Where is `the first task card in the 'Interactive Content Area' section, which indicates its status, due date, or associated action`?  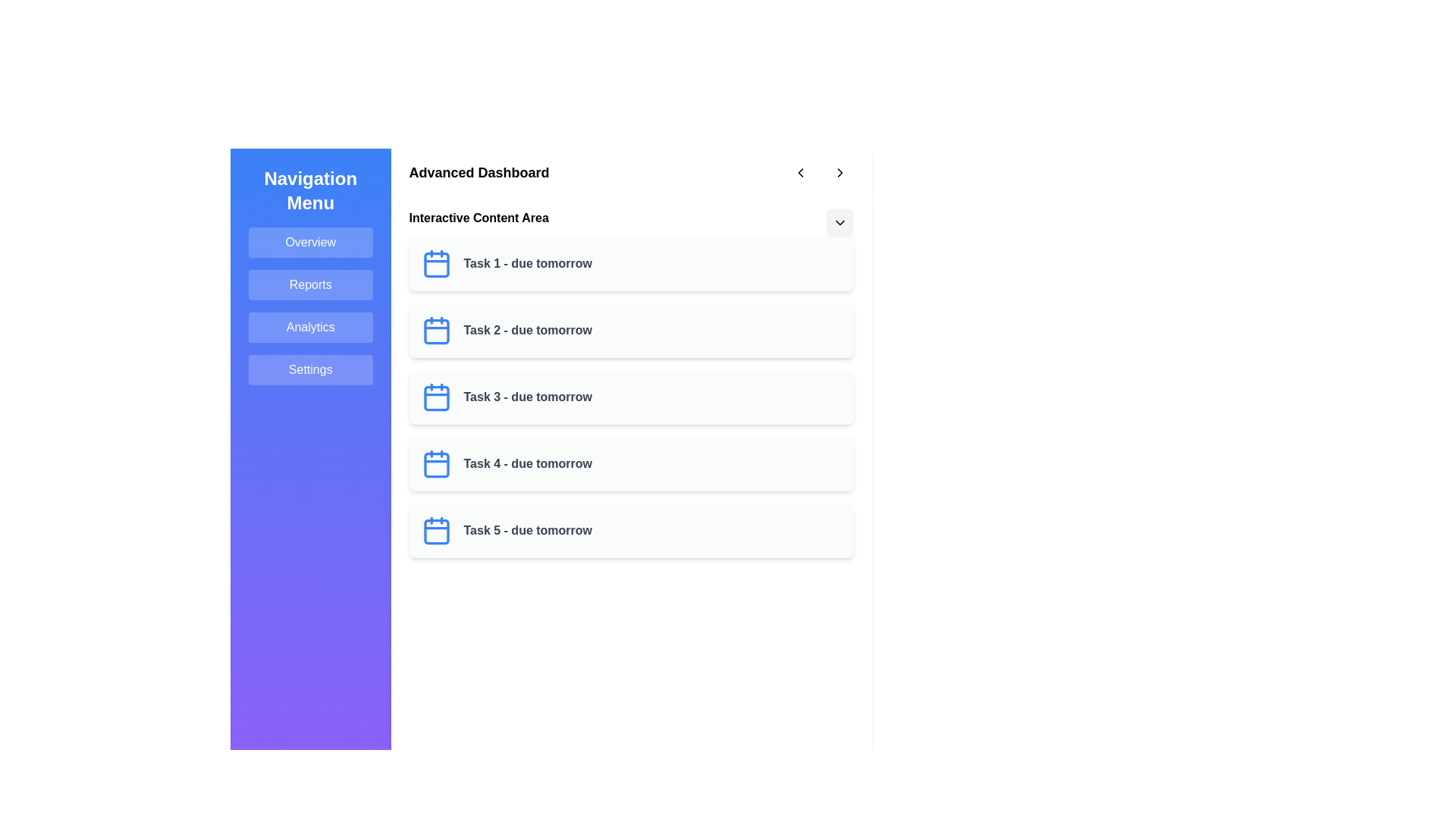 the first task card in the 'Interactive Content Area' section, which indicates its status, due date, or associated action is located at coordinates (631, 262).